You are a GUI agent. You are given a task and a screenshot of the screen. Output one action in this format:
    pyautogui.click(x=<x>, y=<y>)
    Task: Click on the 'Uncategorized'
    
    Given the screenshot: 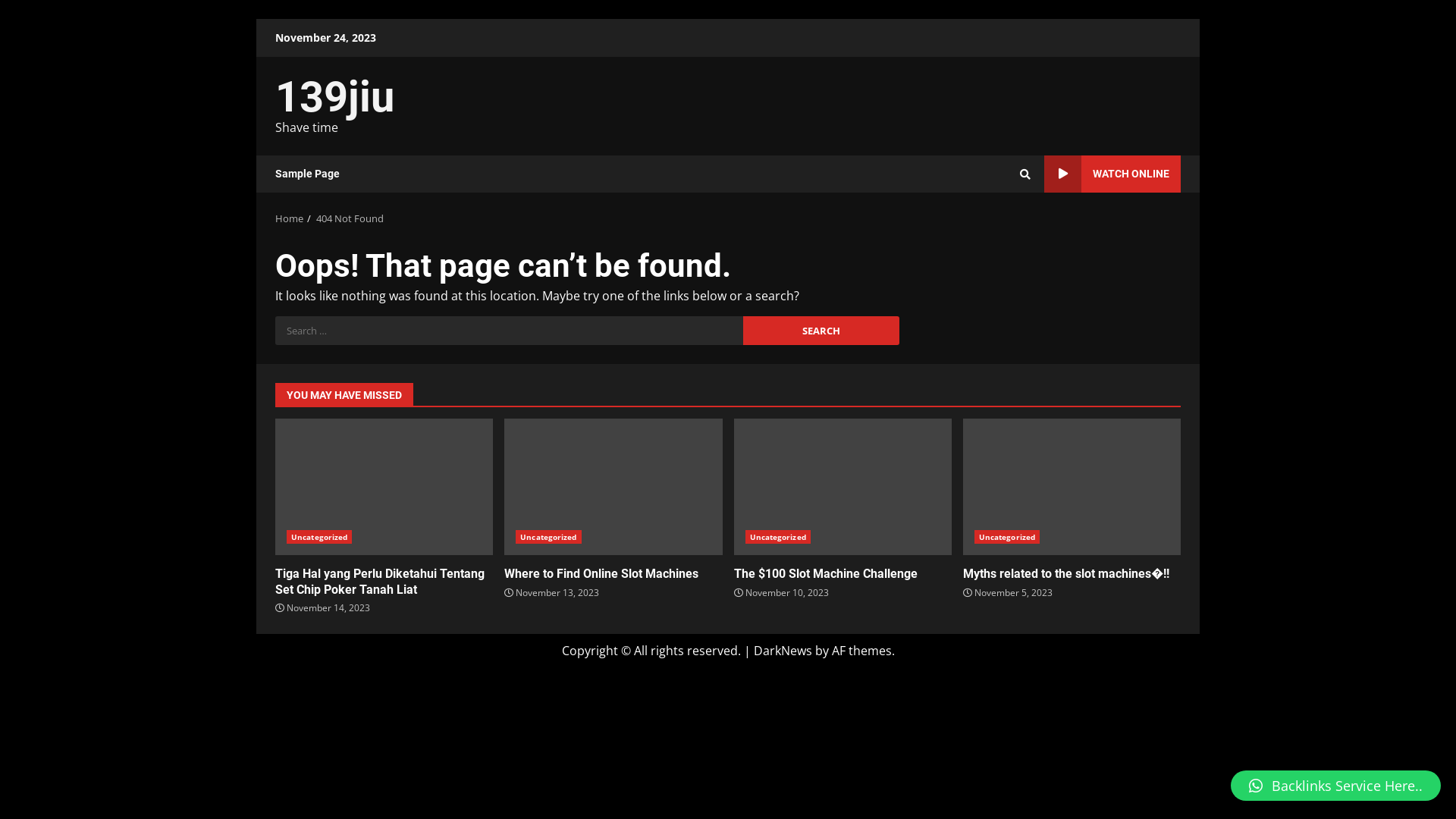 What is the action you would take?
    pyautogui.click(x=318, y=536)
    